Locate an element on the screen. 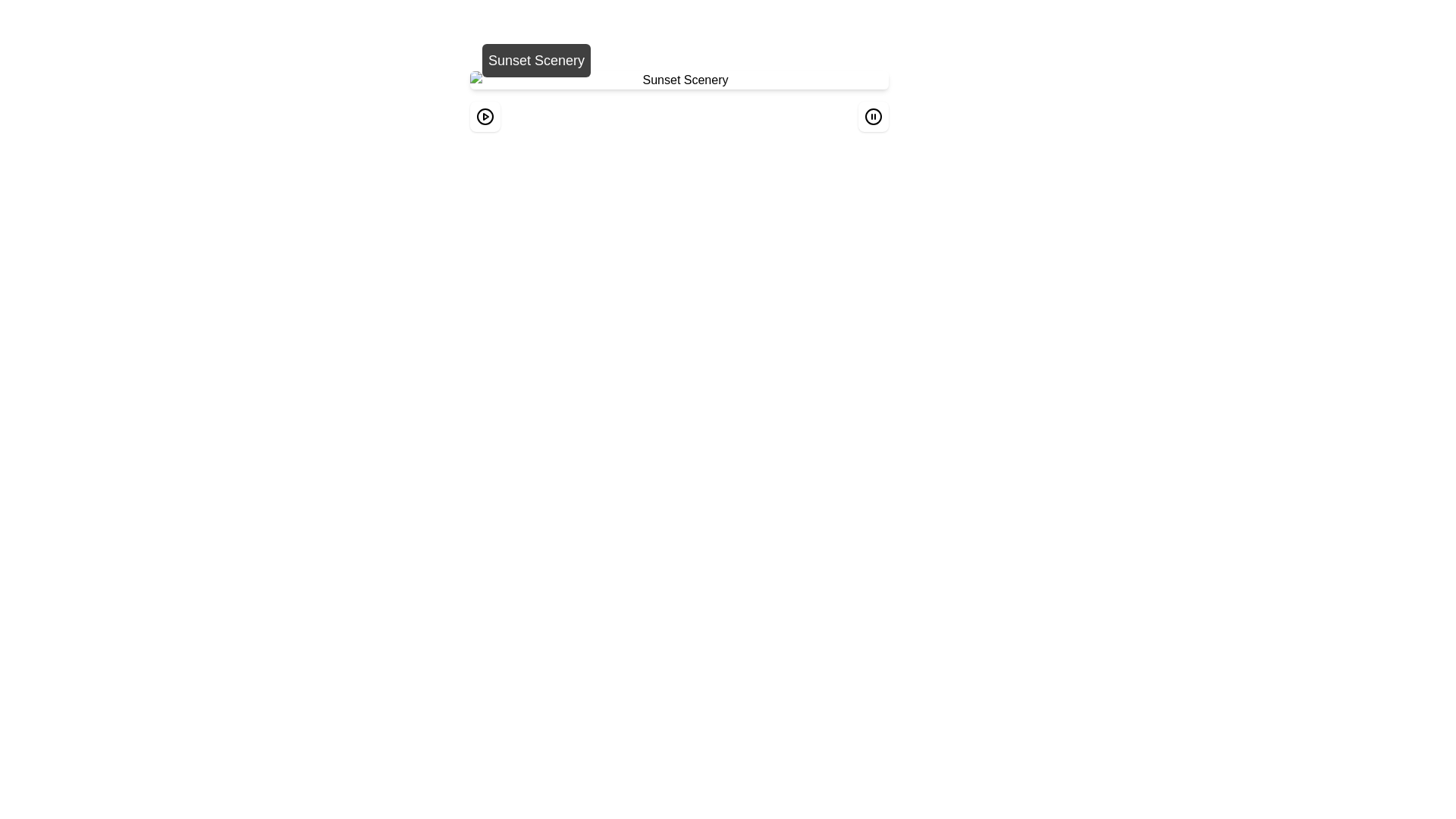 This screenshot has width=1456, height=819. the control bar for managing media playback that contains the play and pause buttons, located under the title text 'Sunset Scenery' is located at coordinates (679, 116).